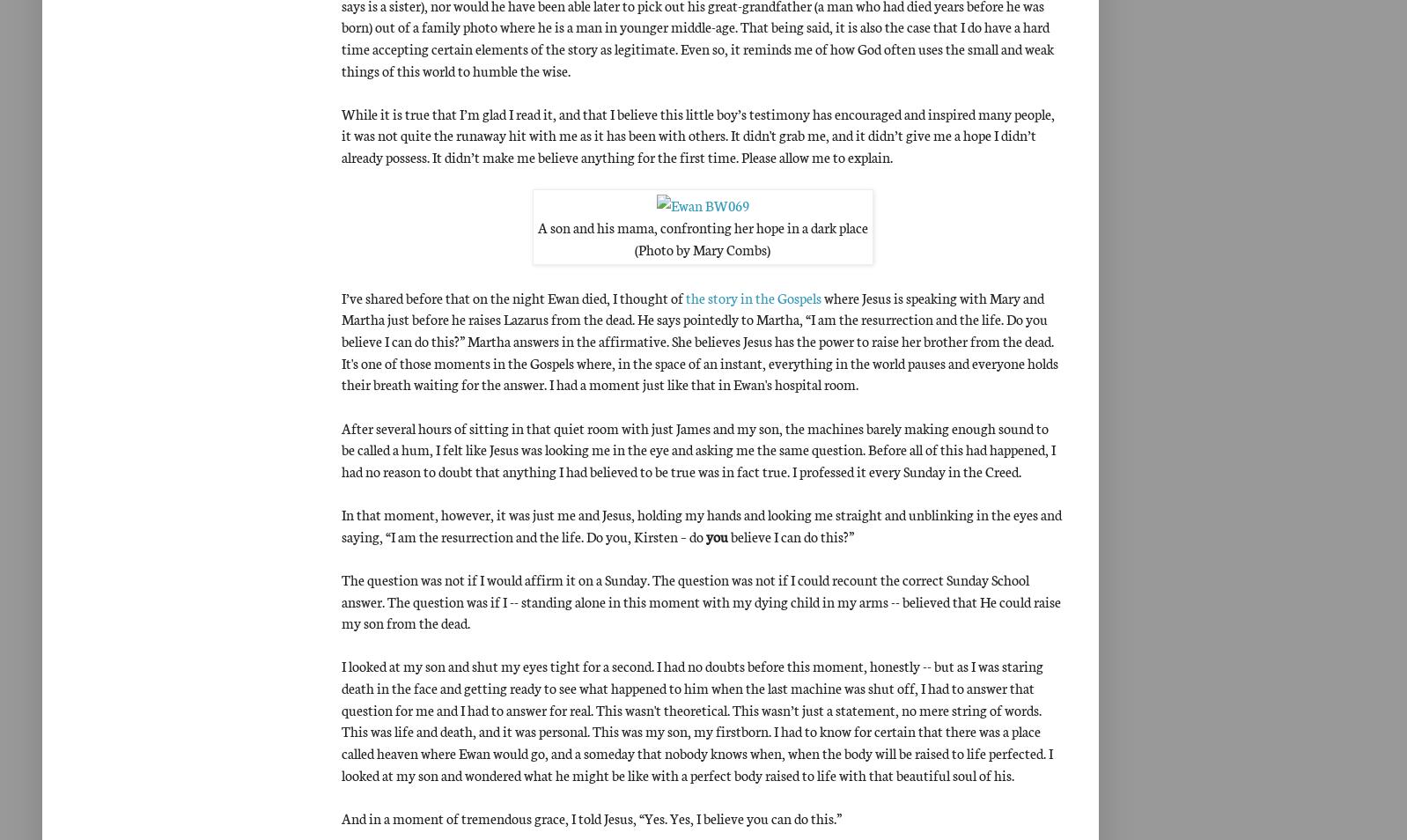 Image resolution: width=1407 pixels, height=840 pixels. What do you see at coordinates (340, 134) in the screenshot?
I see `'While it is true that I’m glad I read it, and that I believe this little boy’s testimony has encouraged and inspired many people, it was not quite the runaway hit with me as it has been with others. It didn't grab me, and it didn’t give me a hope I didn’t already possess. It didn’t make me believe anything for the first time. Please allow me to explain.'` at bounding box center [340, 134].